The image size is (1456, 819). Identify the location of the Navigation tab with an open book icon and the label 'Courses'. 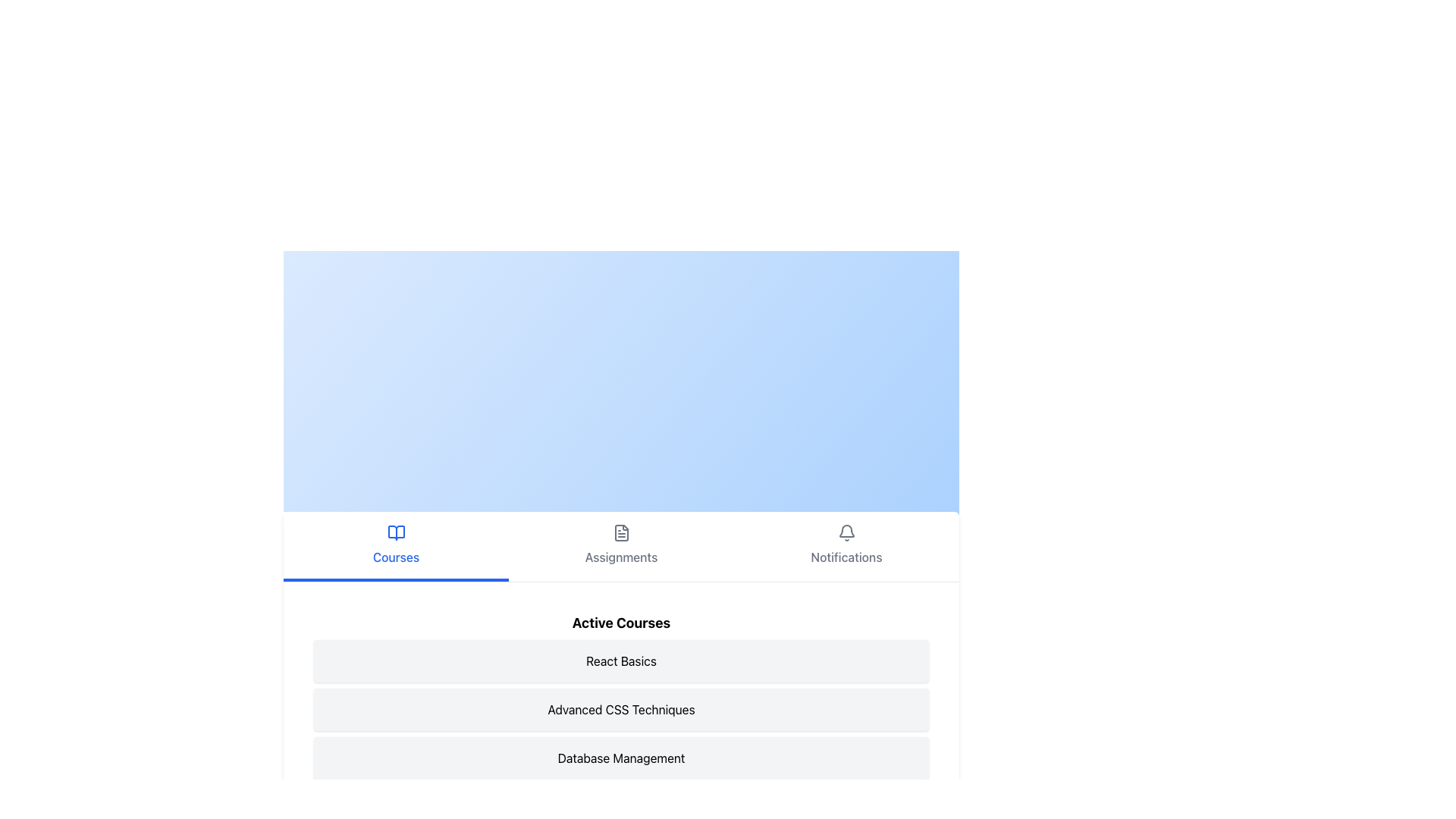
(396, 544).